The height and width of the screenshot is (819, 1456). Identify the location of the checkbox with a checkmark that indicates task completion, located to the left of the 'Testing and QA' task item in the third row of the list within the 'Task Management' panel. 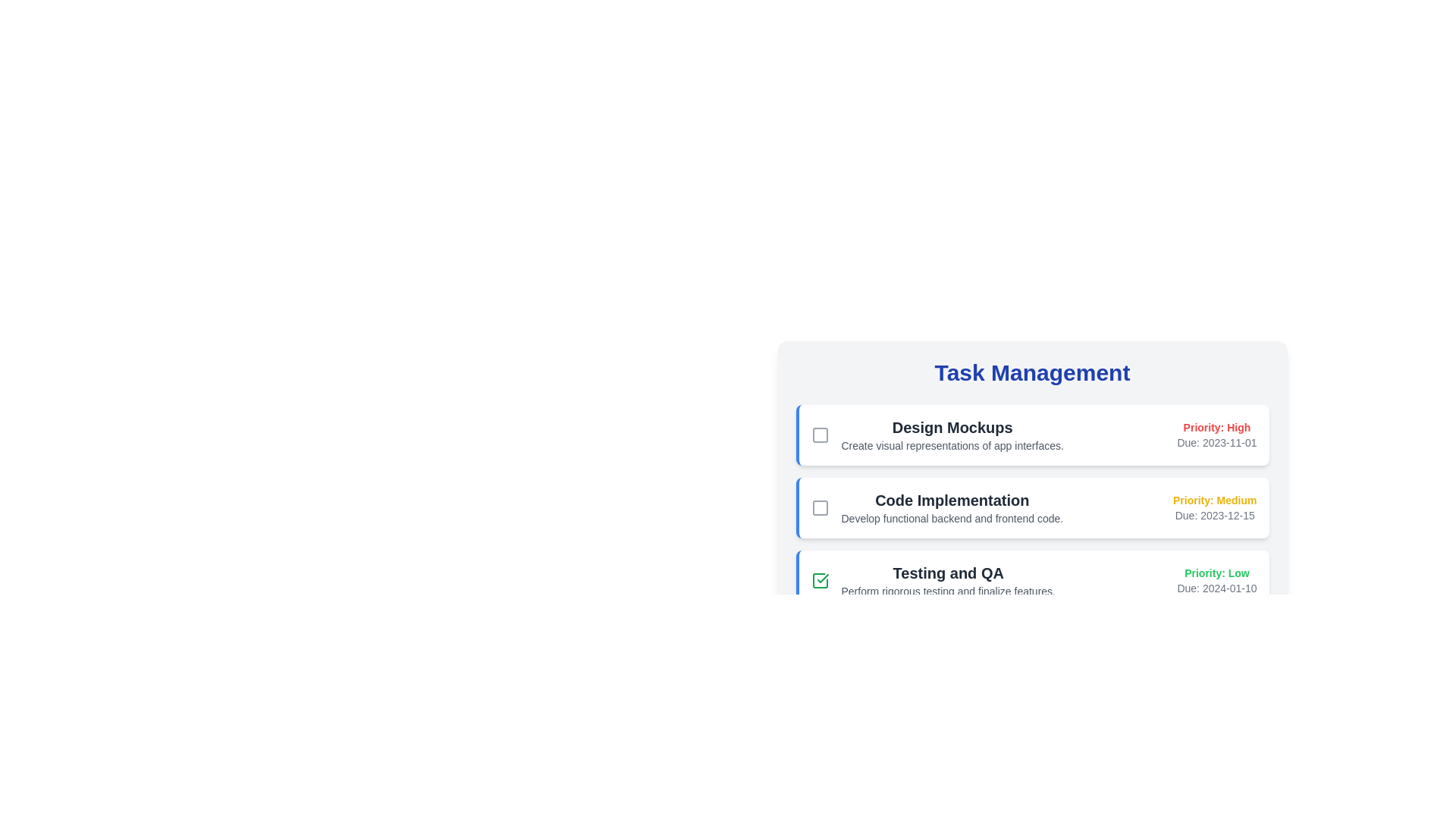
(819, 580).